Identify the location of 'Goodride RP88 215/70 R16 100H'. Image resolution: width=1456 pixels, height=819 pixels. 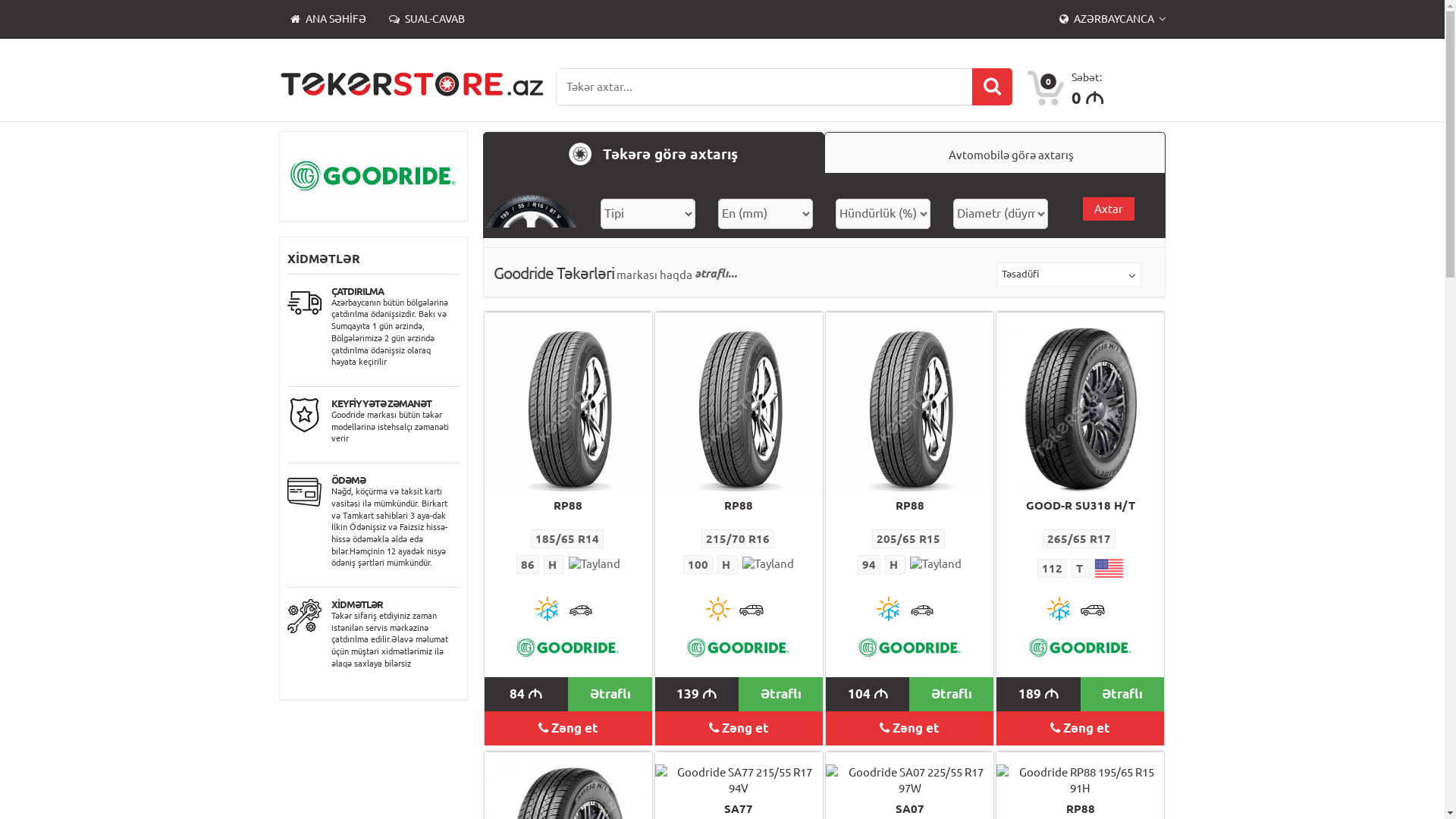
(739, 407).